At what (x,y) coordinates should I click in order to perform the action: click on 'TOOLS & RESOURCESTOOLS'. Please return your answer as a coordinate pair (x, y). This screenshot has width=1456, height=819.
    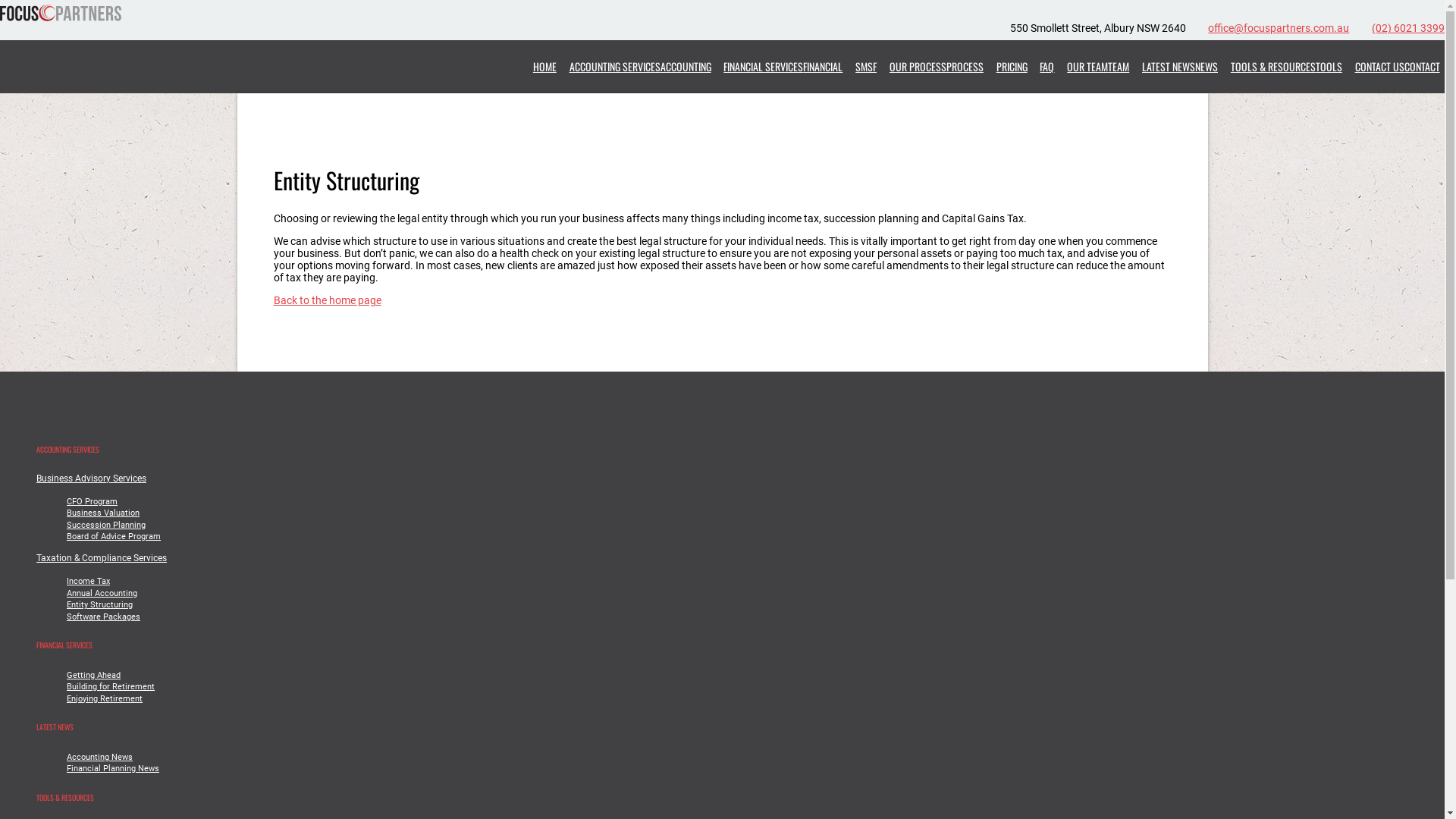
    Looking at the image, I should click on (1225, 65).